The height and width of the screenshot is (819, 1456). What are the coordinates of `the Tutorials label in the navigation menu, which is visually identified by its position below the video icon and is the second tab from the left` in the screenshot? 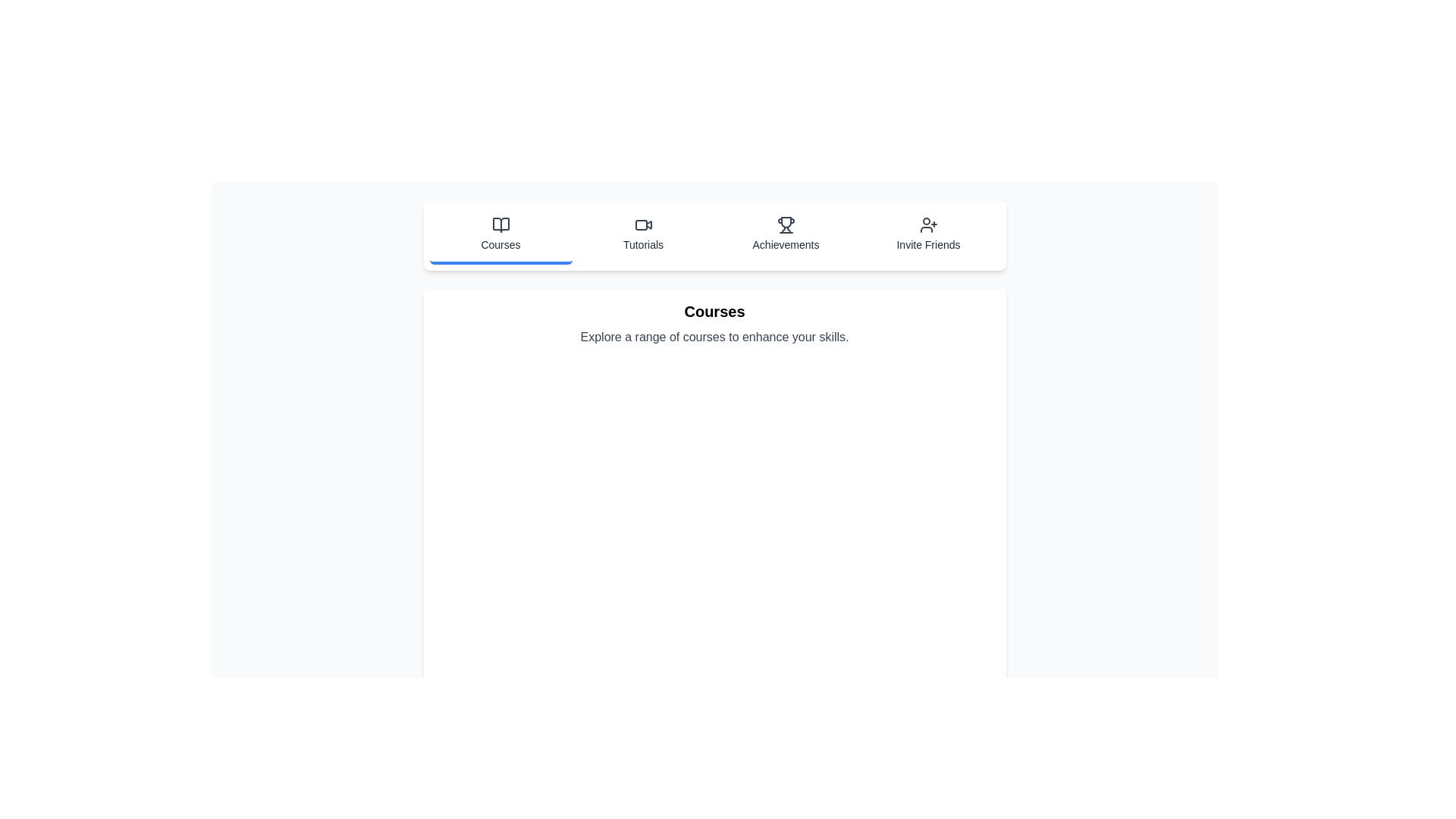 It's located at (643, 244).